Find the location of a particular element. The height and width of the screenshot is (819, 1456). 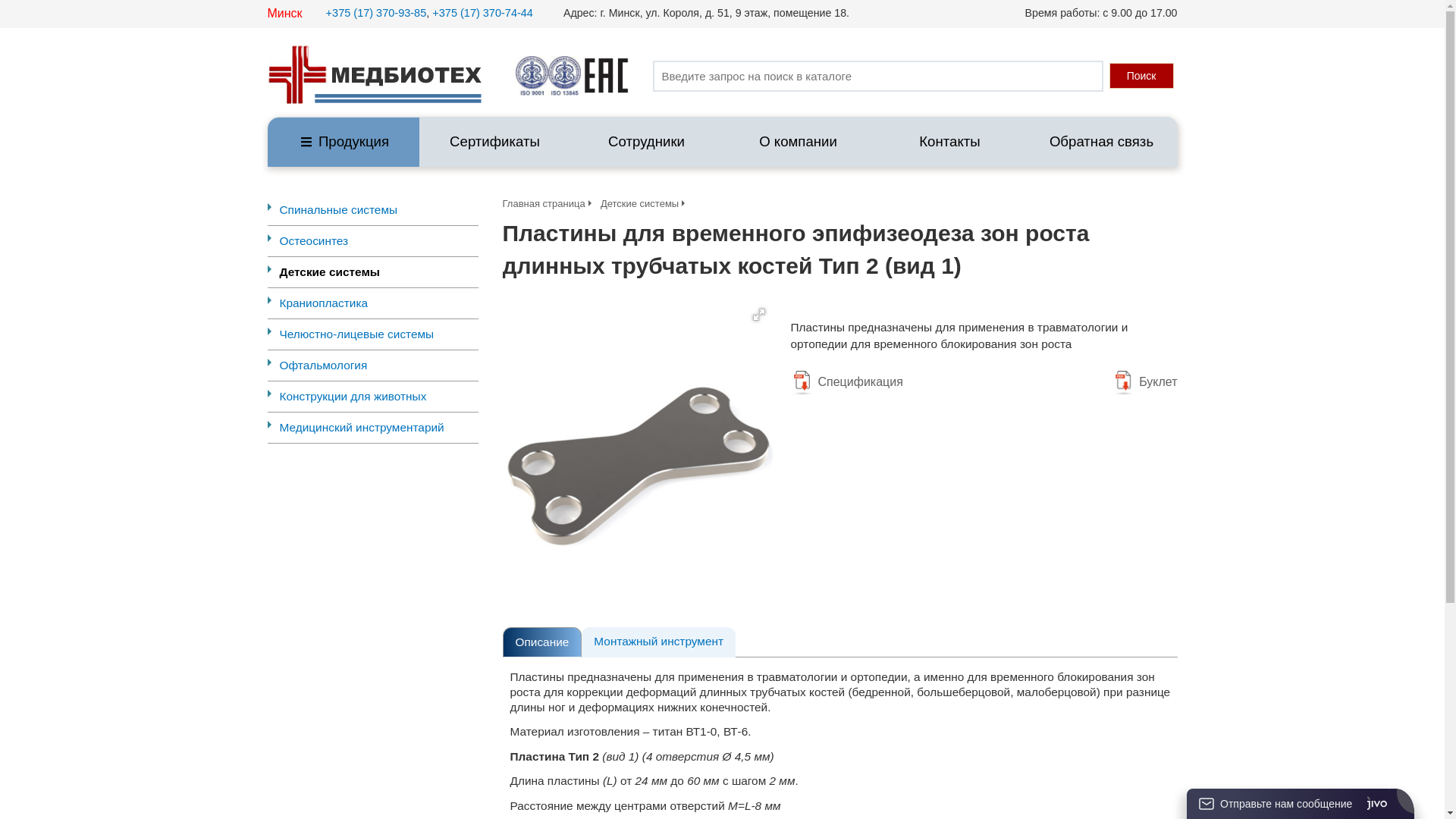

'+375 (17) 370-74-44' is located at coordinates (482, 12).